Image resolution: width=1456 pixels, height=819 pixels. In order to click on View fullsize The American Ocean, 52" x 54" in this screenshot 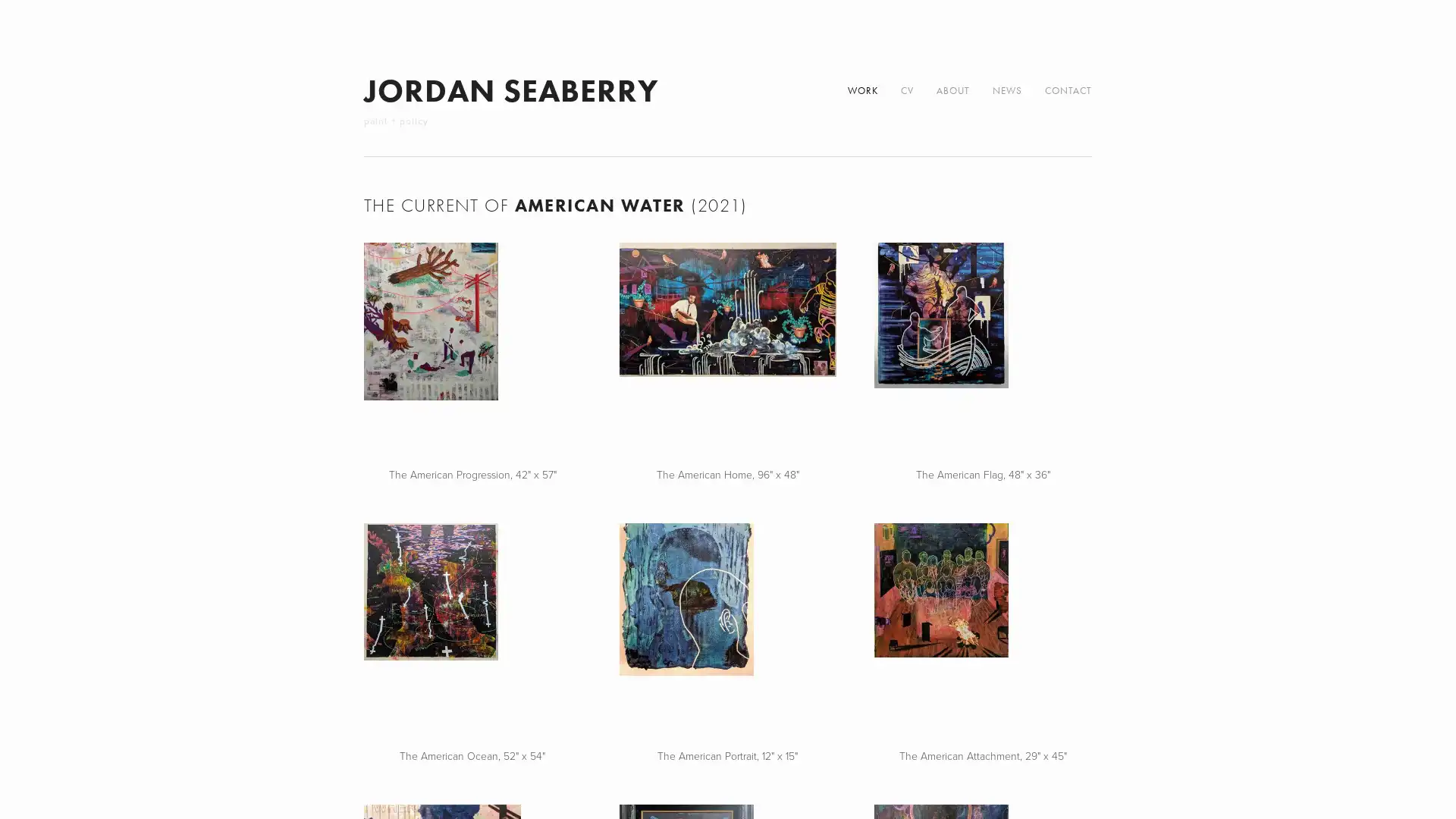, I will do `click(472, 632)`.